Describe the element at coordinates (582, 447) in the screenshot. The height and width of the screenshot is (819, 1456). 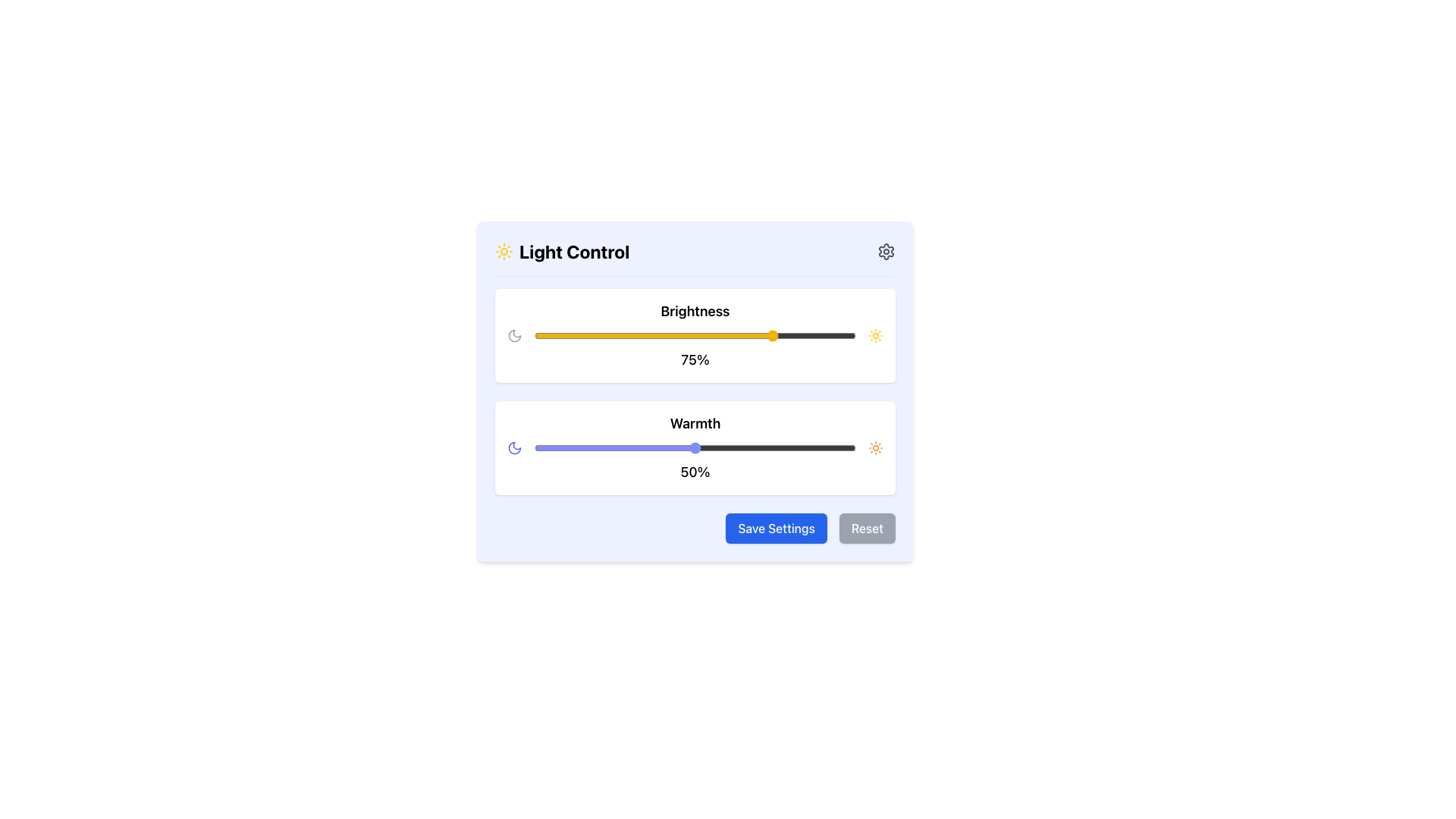
I see `warmth` at that location.